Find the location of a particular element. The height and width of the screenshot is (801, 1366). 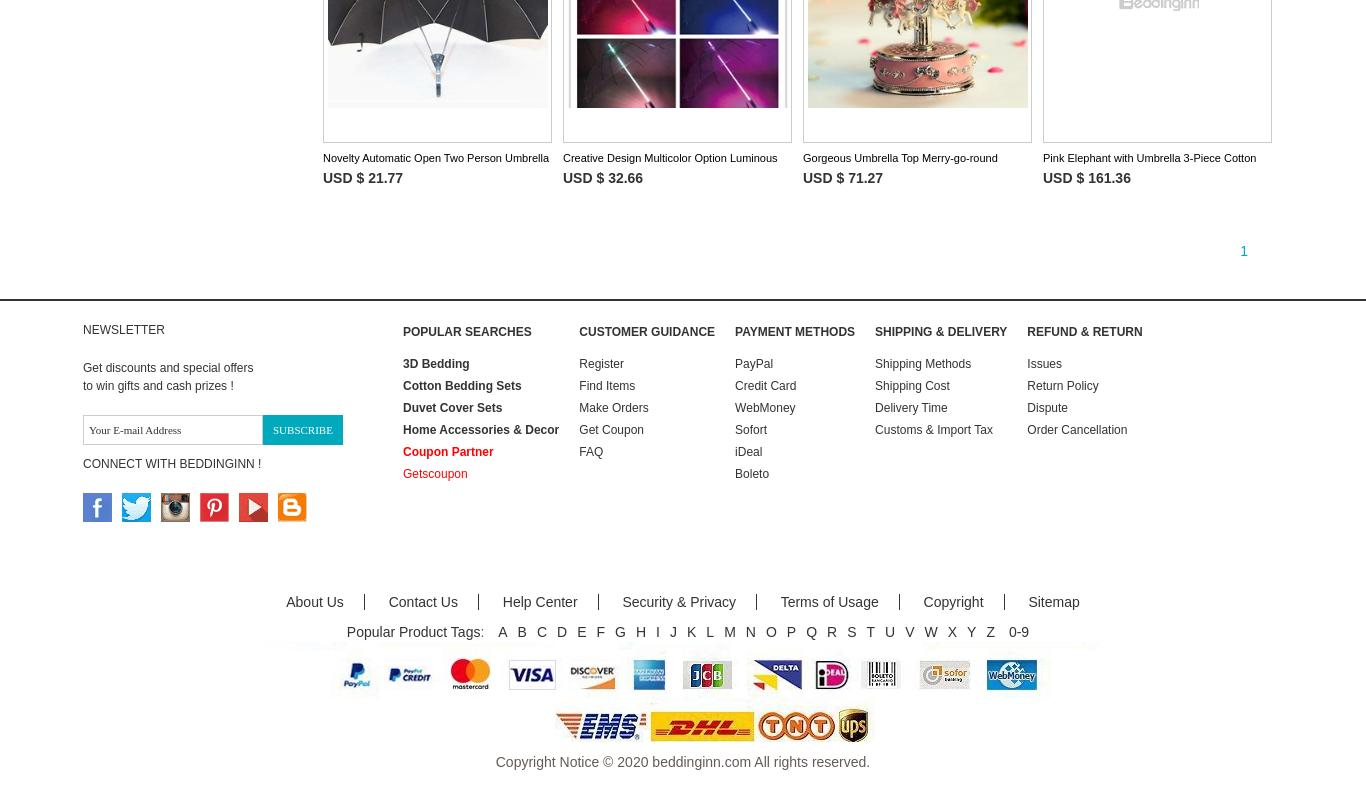

'Issues' is located at coordinates (1043, 362).